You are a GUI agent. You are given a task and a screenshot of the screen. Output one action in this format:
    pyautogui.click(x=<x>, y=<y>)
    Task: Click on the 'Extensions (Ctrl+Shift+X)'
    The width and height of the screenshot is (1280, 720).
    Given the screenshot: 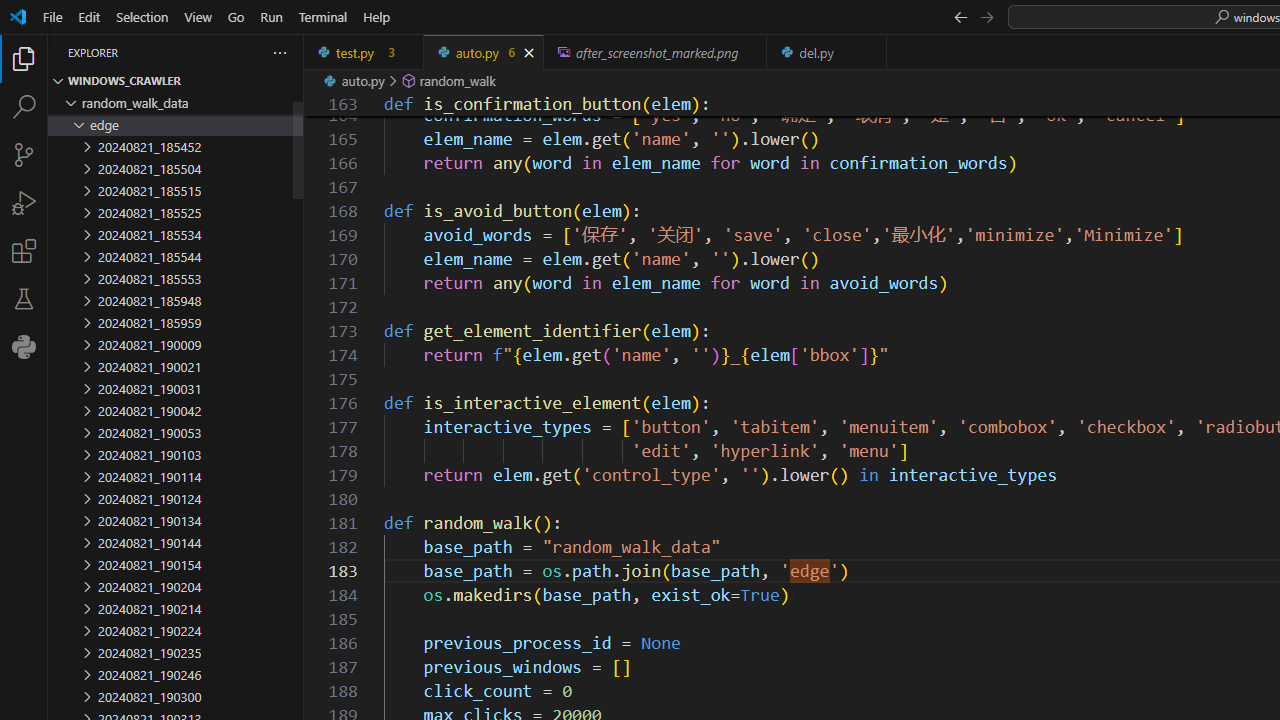 What is the action you would take?
    pyautogui.click(x=24, y=249)
    